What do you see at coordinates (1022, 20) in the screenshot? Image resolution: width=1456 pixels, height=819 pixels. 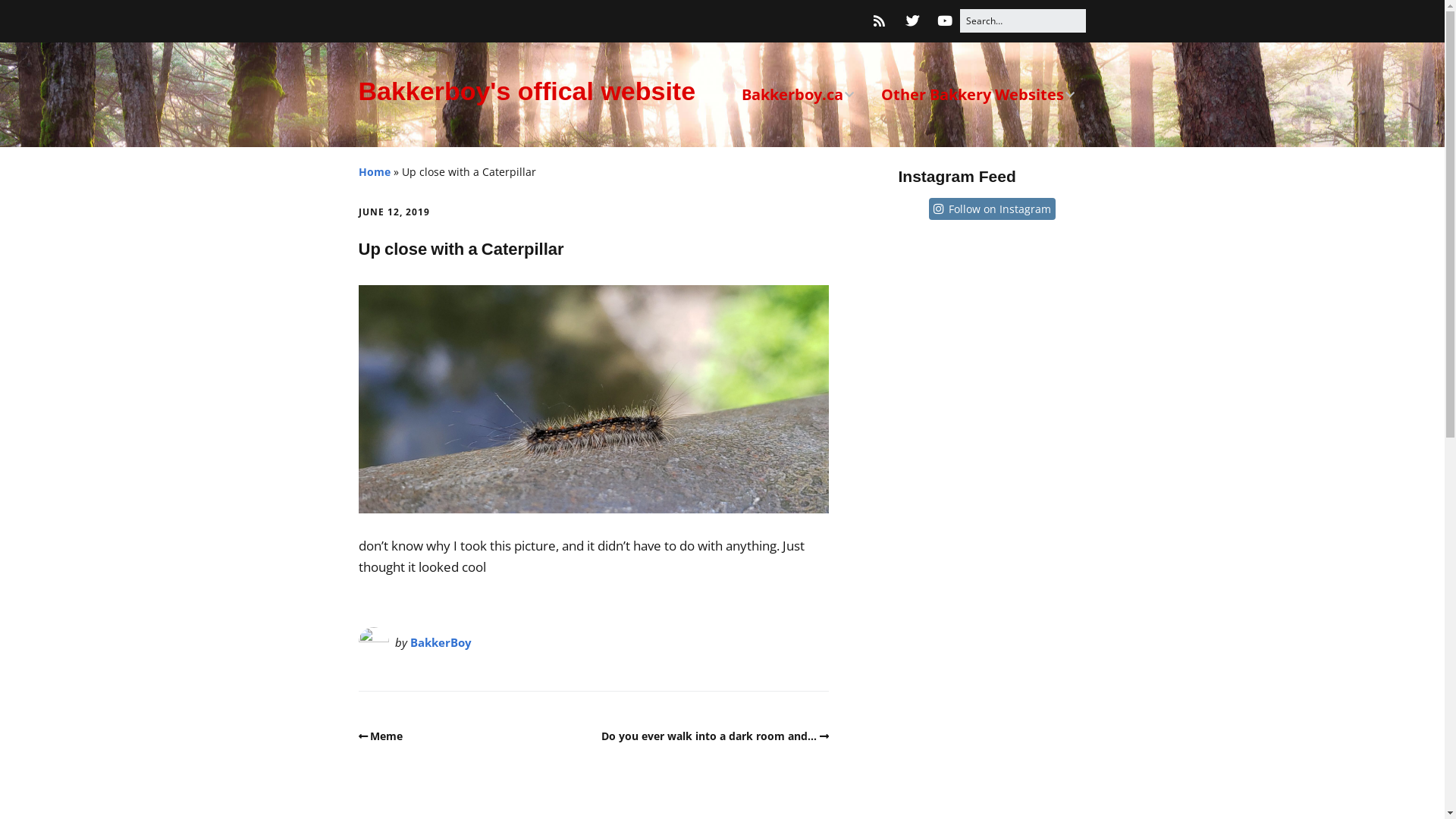 I see `'Press Enter to submit your search'` at bounding box center [1022, 20].